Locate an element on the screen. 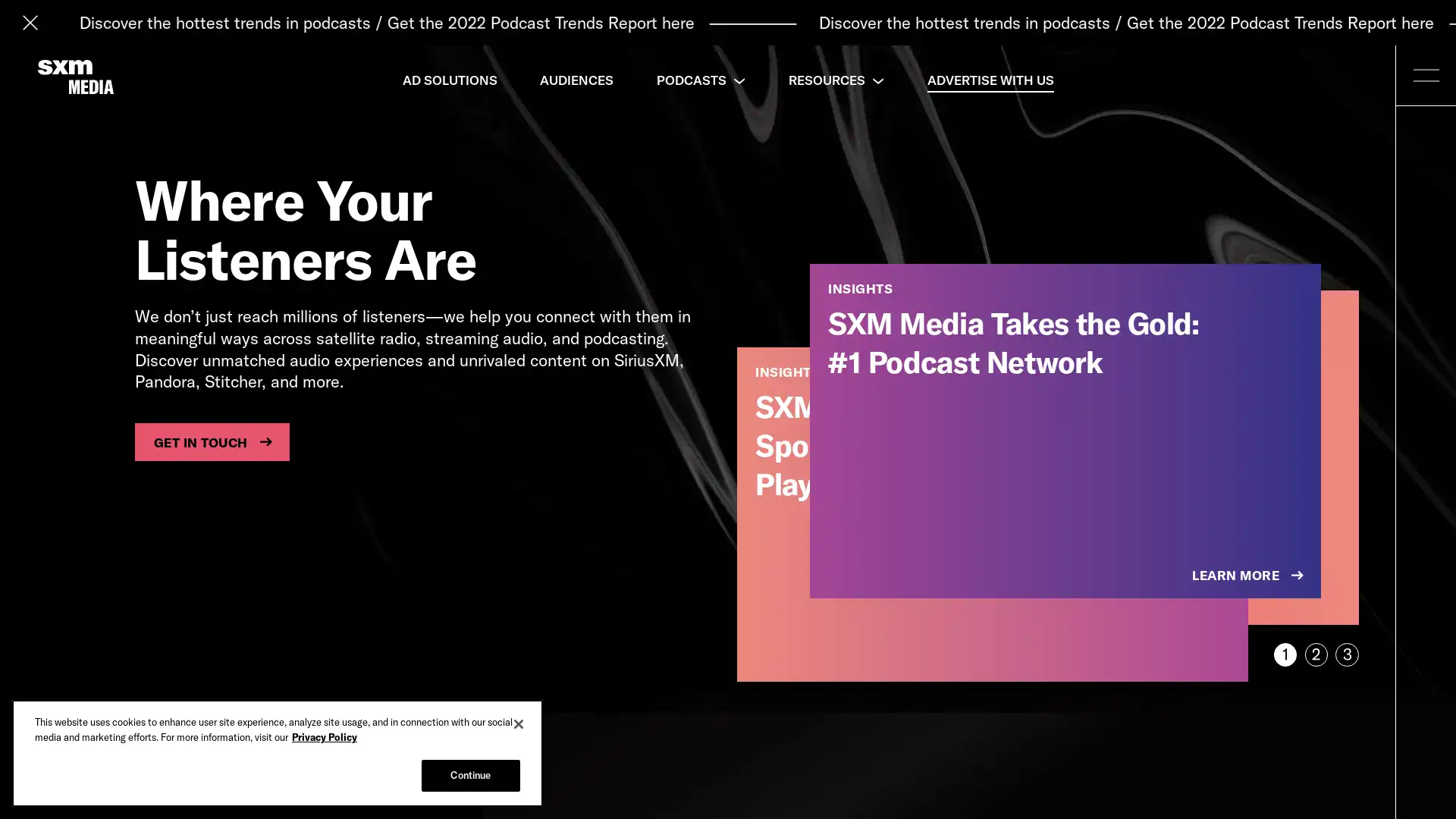 This screenshot has width=1456, height=819. Close is located at coordinates (519, 723).